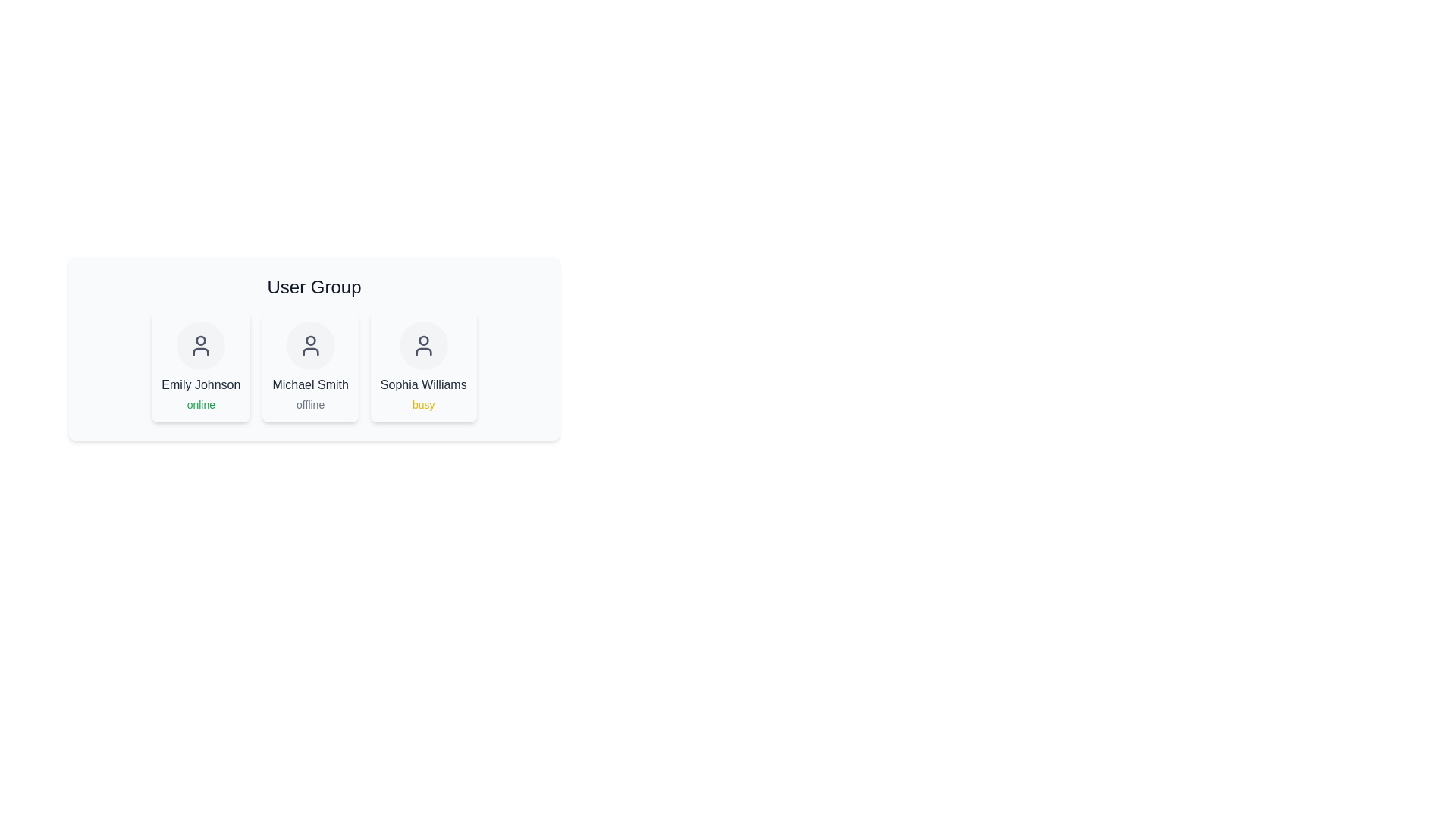  I want to click on the user icon representing 'Sophia Williams', which is a minimalistic vector graphic with a circular background and gray stroke, located on the third card in the user cards group, so click(423, 345).